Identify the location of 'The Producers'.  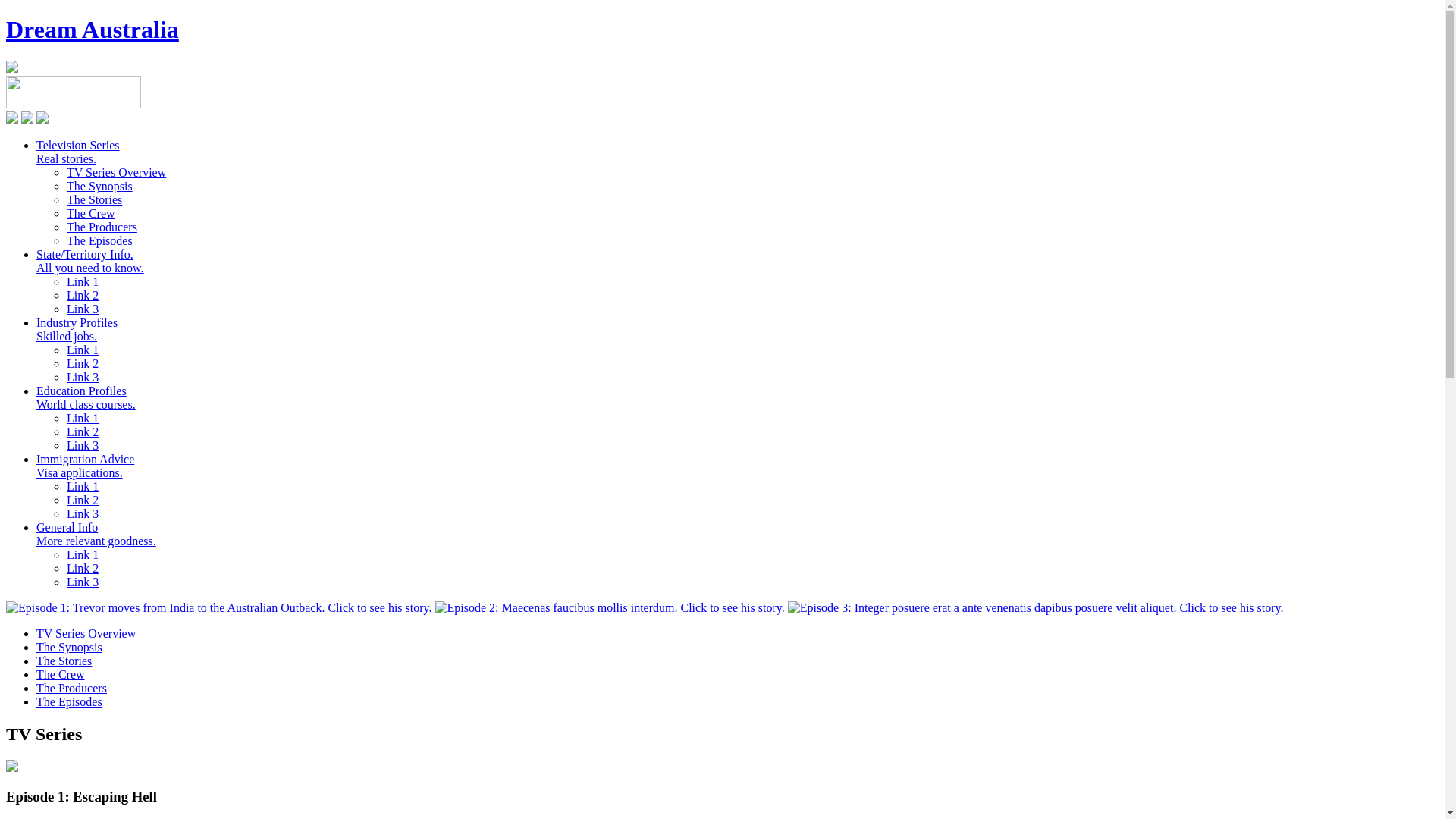
(71, 688).